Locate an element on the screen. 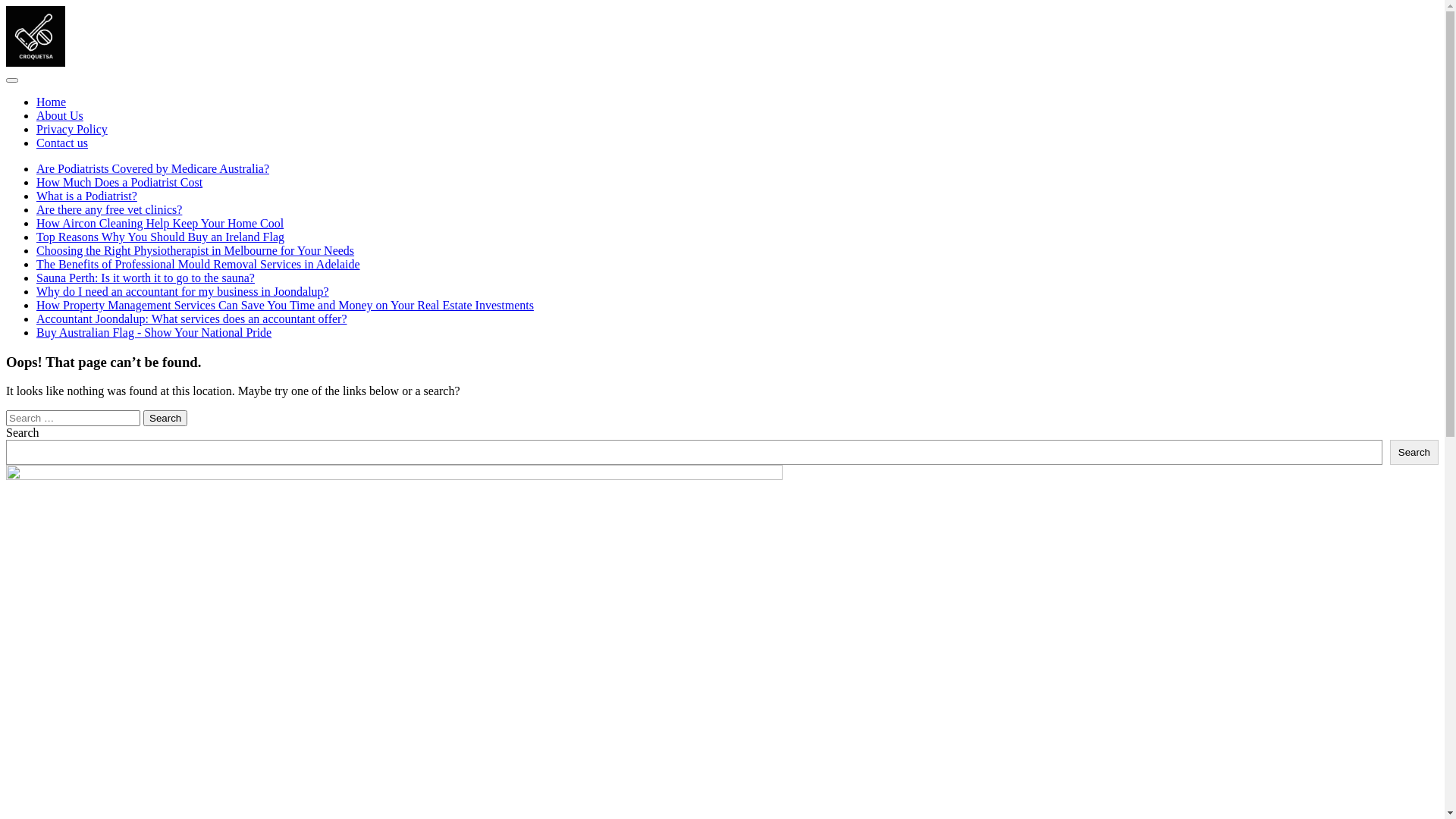 The height and width of the screenshot is (819, 1456). 'About Us' is located at coordinates (59, 115).